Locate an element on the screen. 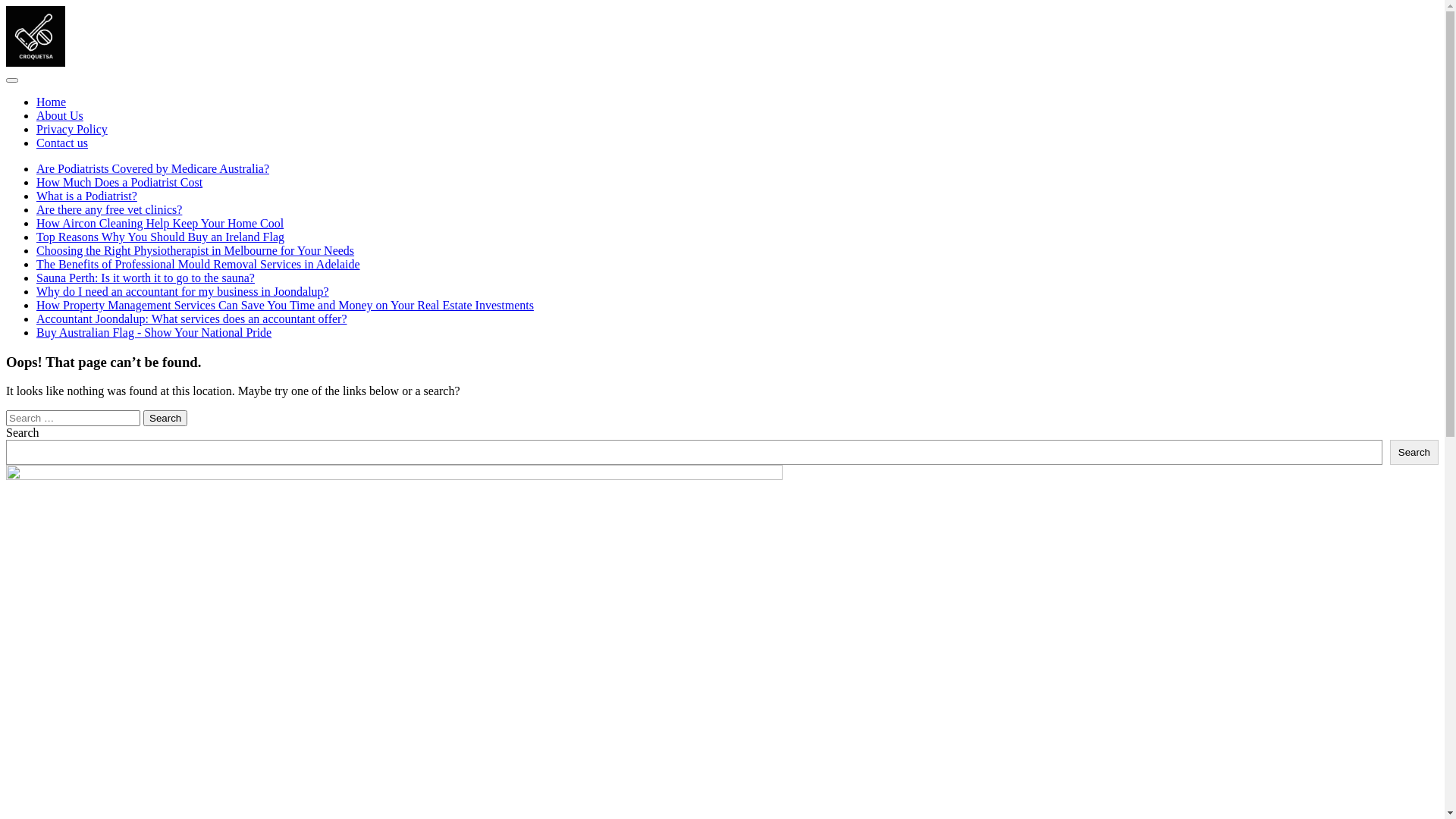 The height and width of the screenshot is (819, 1456). 'About Us' is located at coordinates (59, 115).